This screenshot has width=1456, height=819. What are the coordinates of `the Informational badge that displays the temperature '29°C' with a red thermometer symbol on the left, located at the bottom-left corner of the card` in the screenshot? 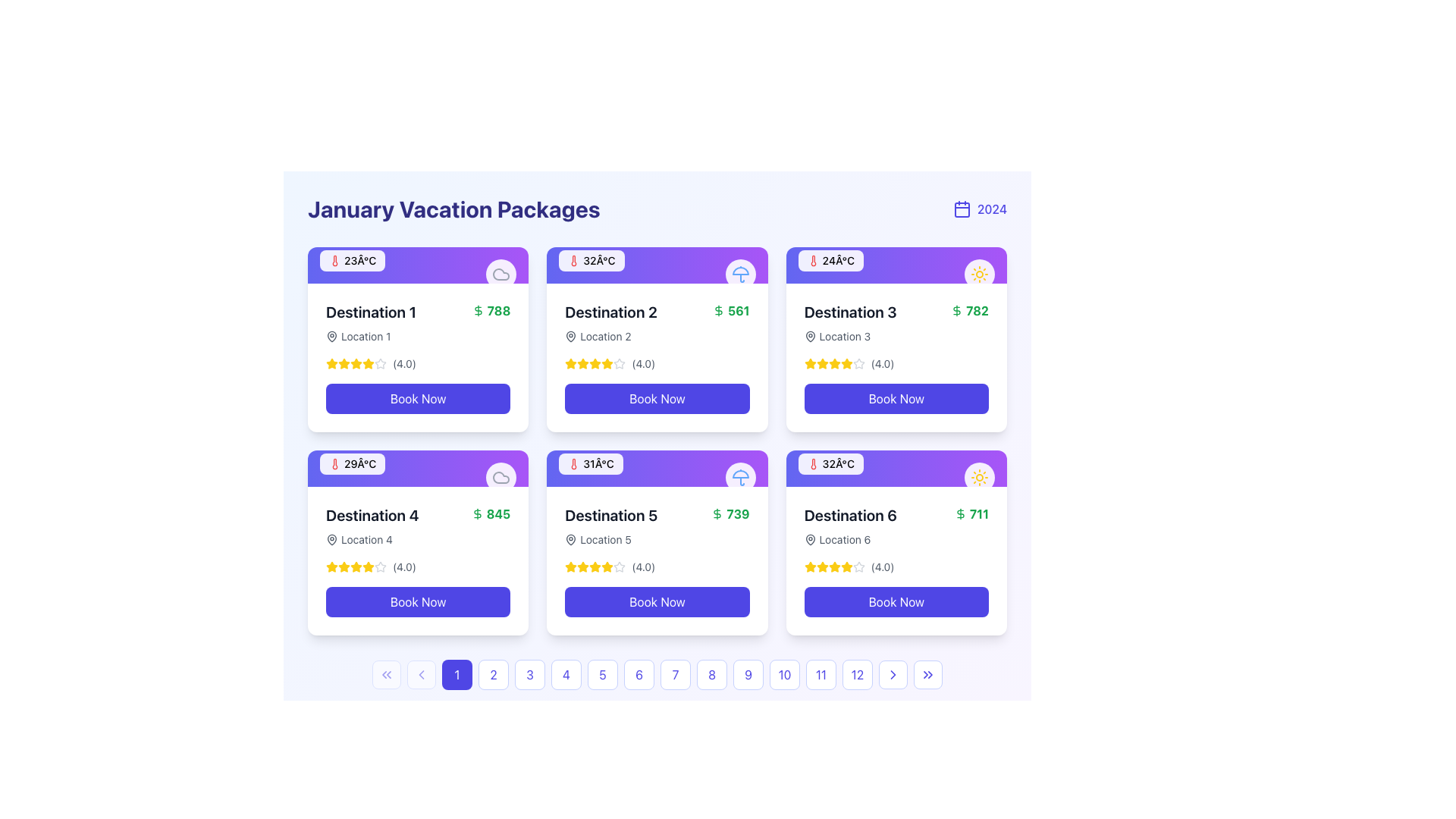 It's located at (352, 463).